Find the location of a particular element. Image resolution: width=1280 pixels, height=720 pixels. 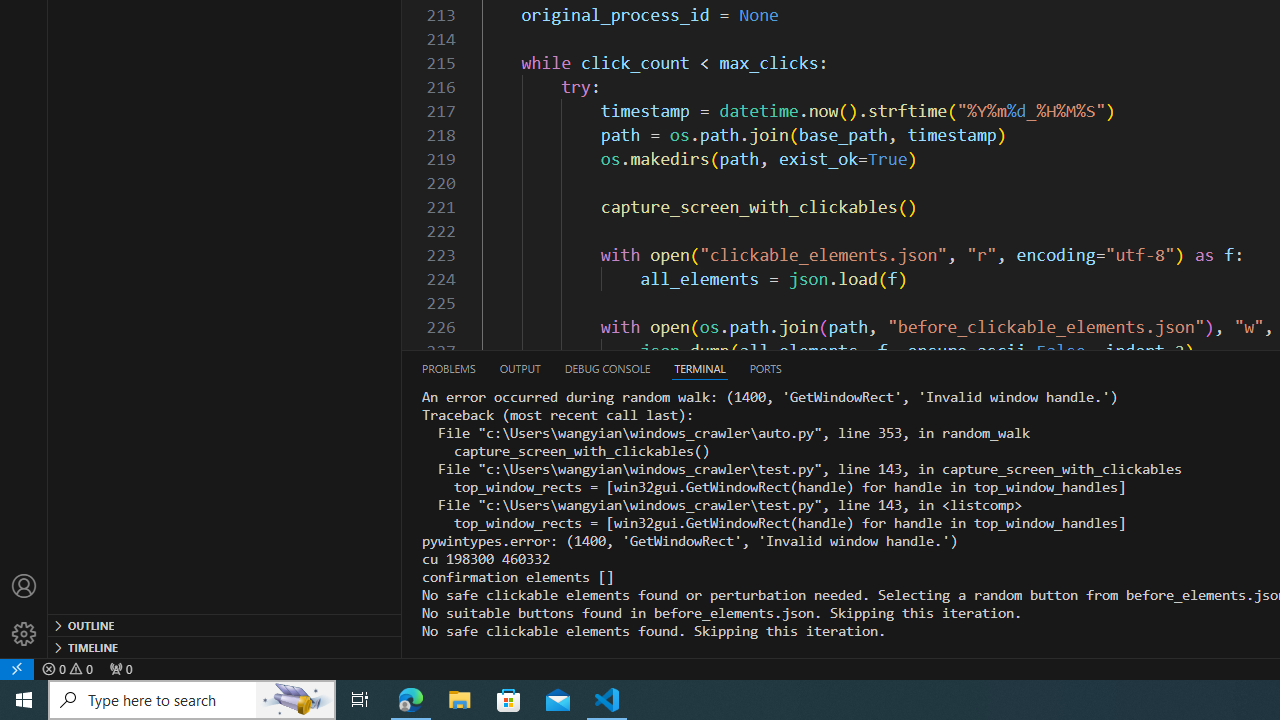

'Outline Section' is located at coordinates (224, 623).